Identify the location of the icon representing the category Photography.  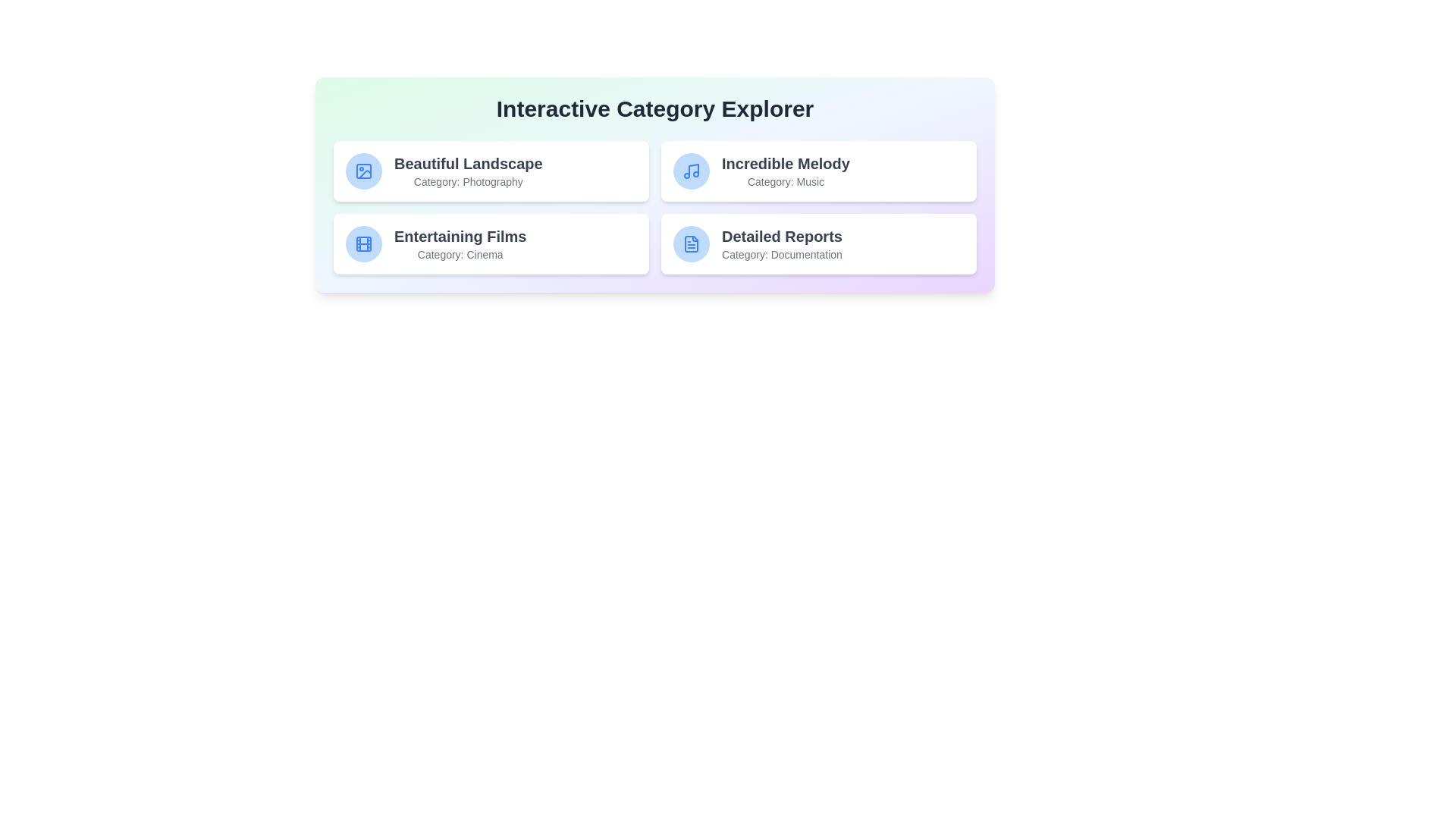
(364, 171).